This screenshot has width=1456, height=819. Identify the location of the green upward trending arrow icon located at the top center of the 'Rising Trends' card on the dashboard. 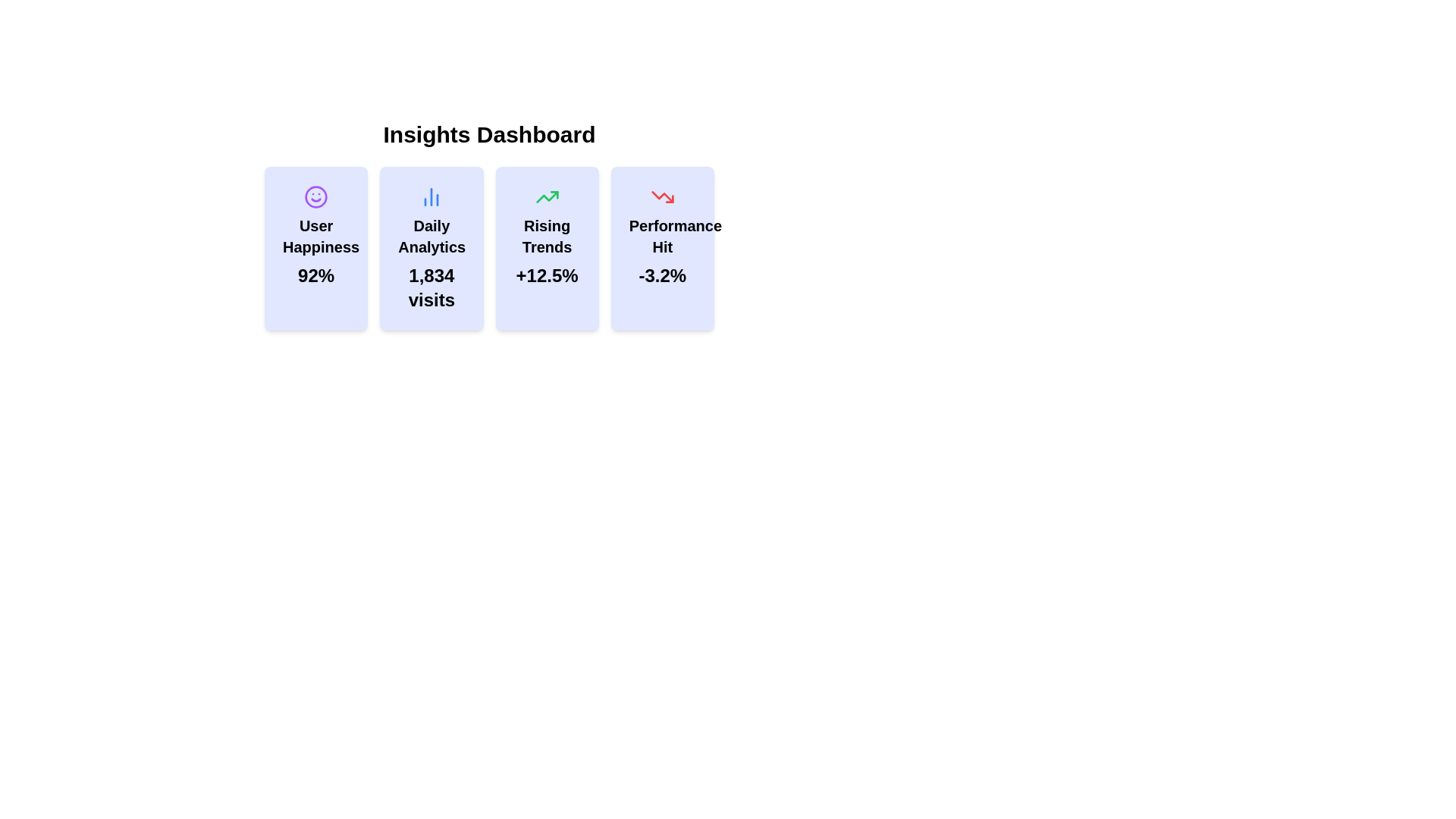
(546, 196).